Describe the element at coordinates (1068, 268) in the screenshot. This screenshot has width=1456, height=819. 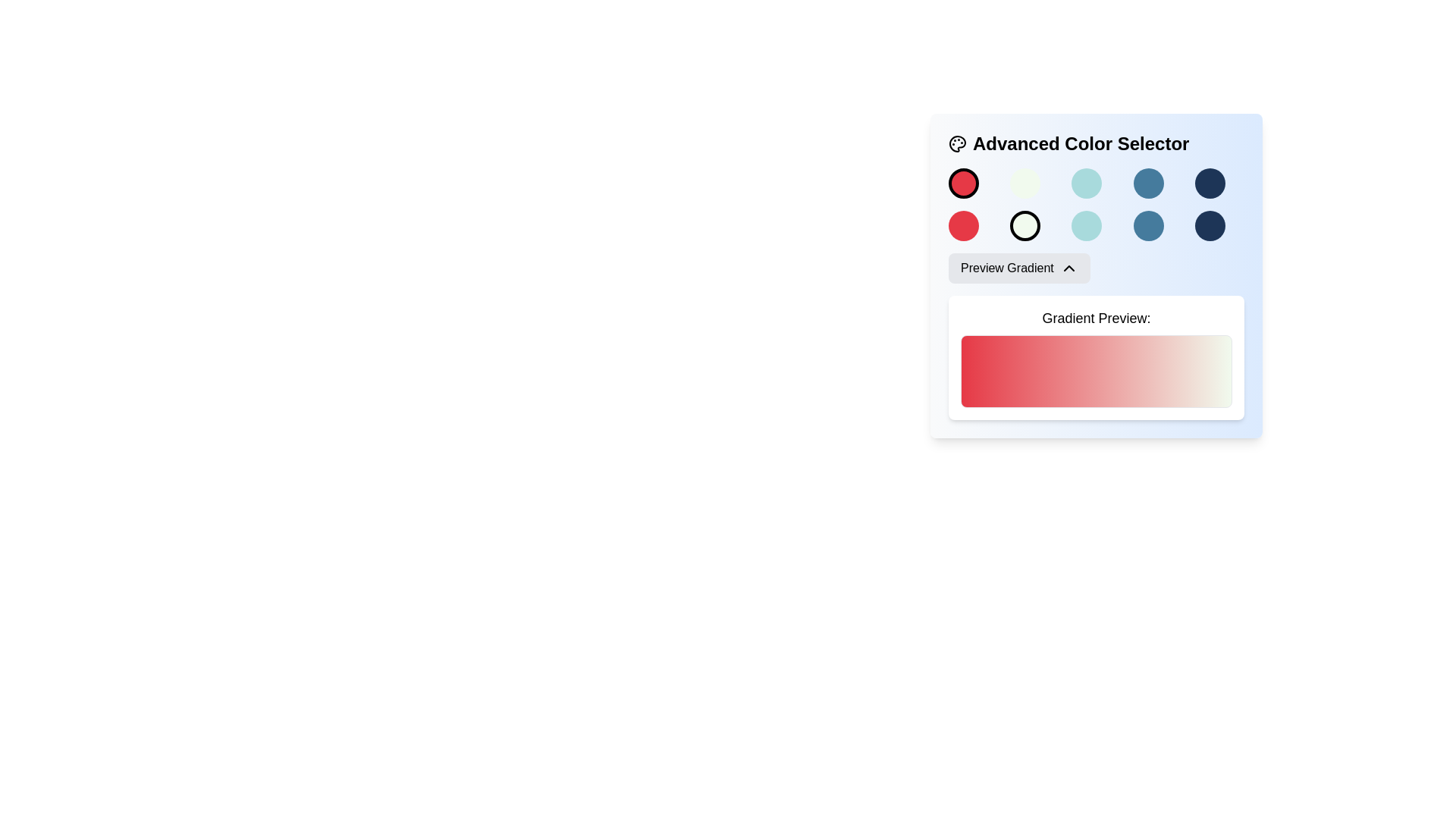
I see `the downward-pointing chevron icon styled with a black stroke, located to the right of the 'Preview Gradient' text` at that location.